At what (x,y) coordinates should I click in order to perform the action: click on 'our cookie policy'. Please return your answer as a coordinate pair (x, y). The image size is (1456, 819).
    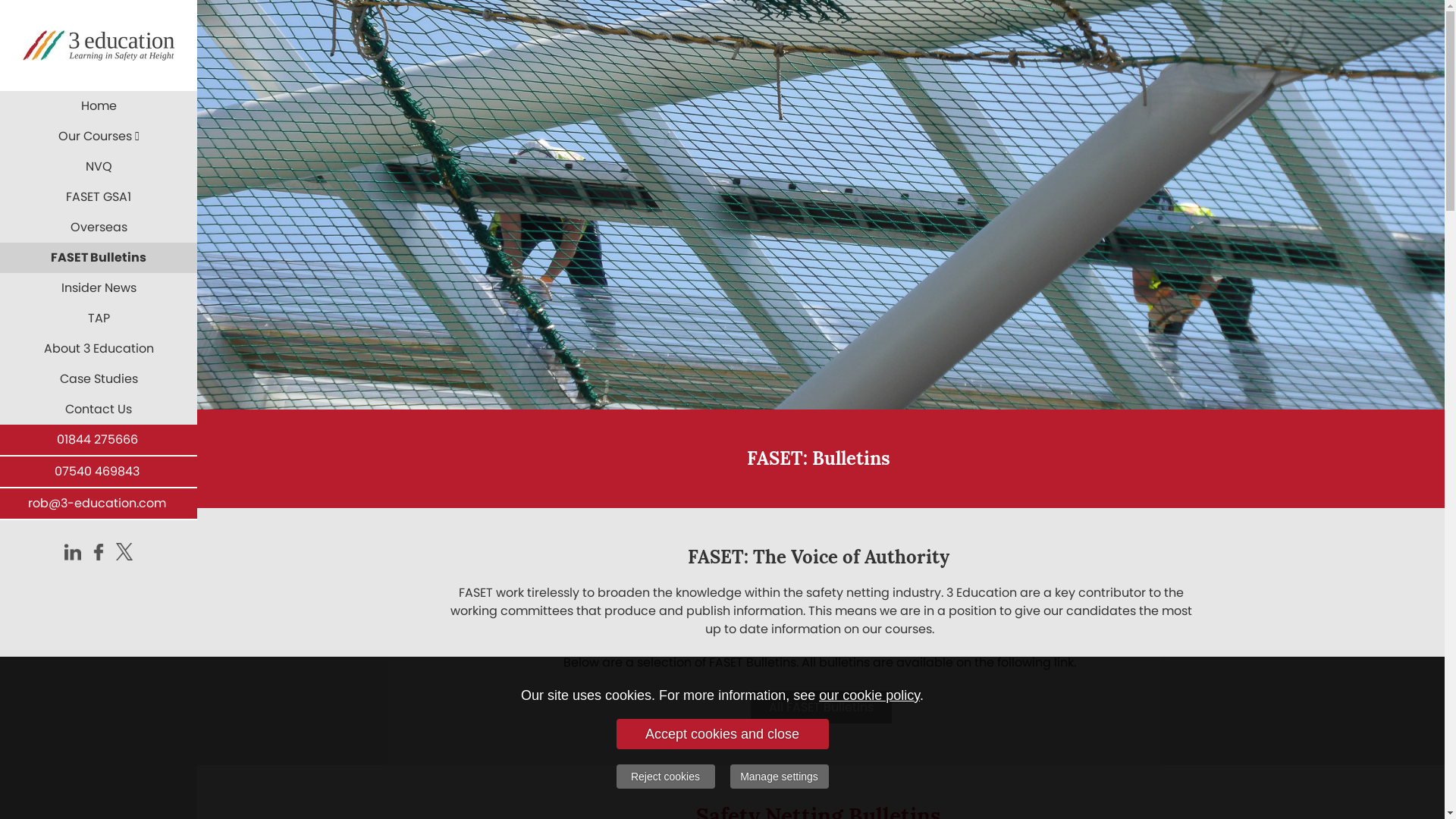
    Looking at the image, I should click on (869, 694).